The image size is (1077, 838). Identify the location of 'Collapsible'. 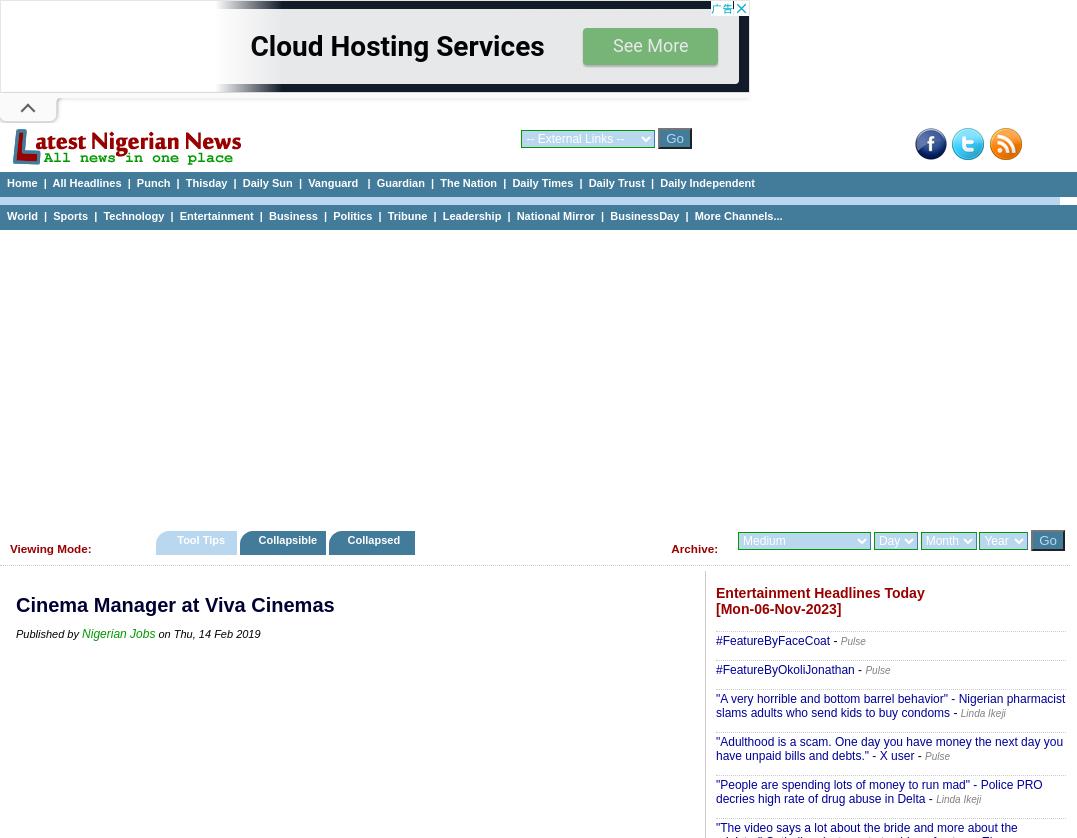
(286, 540).